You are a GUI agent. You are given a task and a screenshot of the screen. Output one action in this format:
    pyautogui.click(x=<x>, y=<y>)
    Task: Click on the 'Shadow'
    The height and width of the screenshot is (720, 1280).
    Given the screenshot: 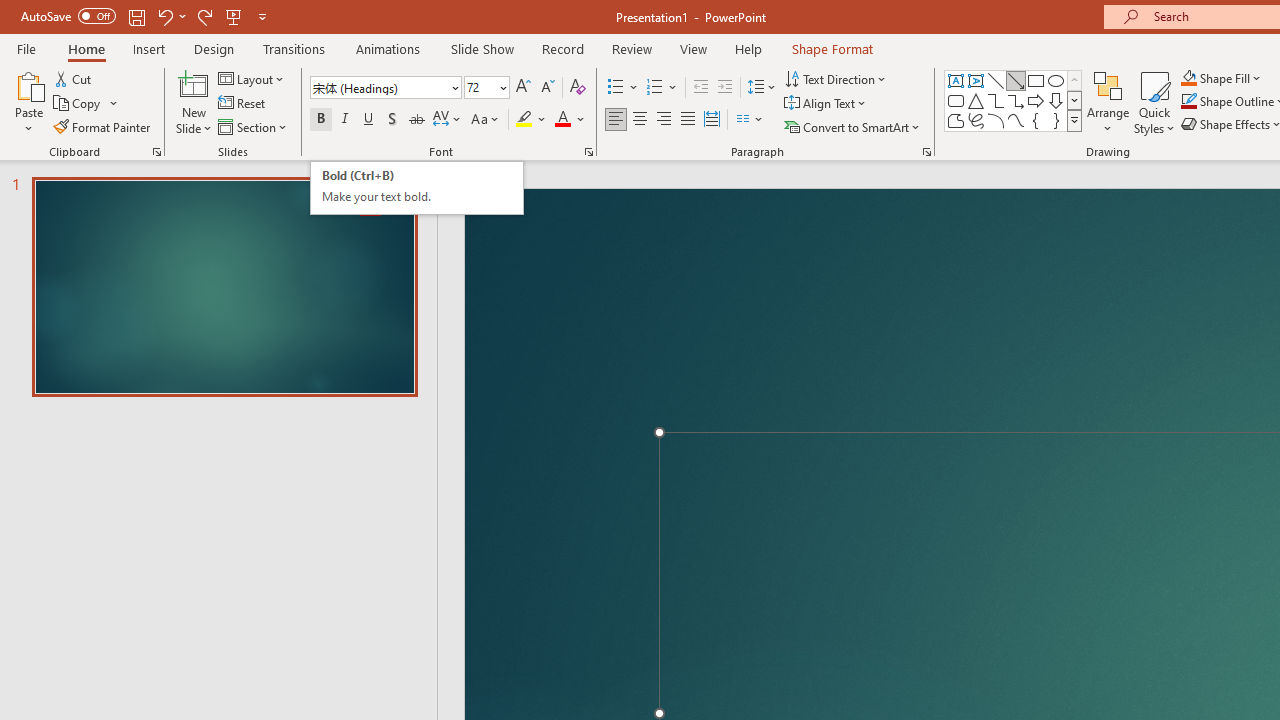 What is the action you would take?
    pyautogui.click(x=392, y=119)
    